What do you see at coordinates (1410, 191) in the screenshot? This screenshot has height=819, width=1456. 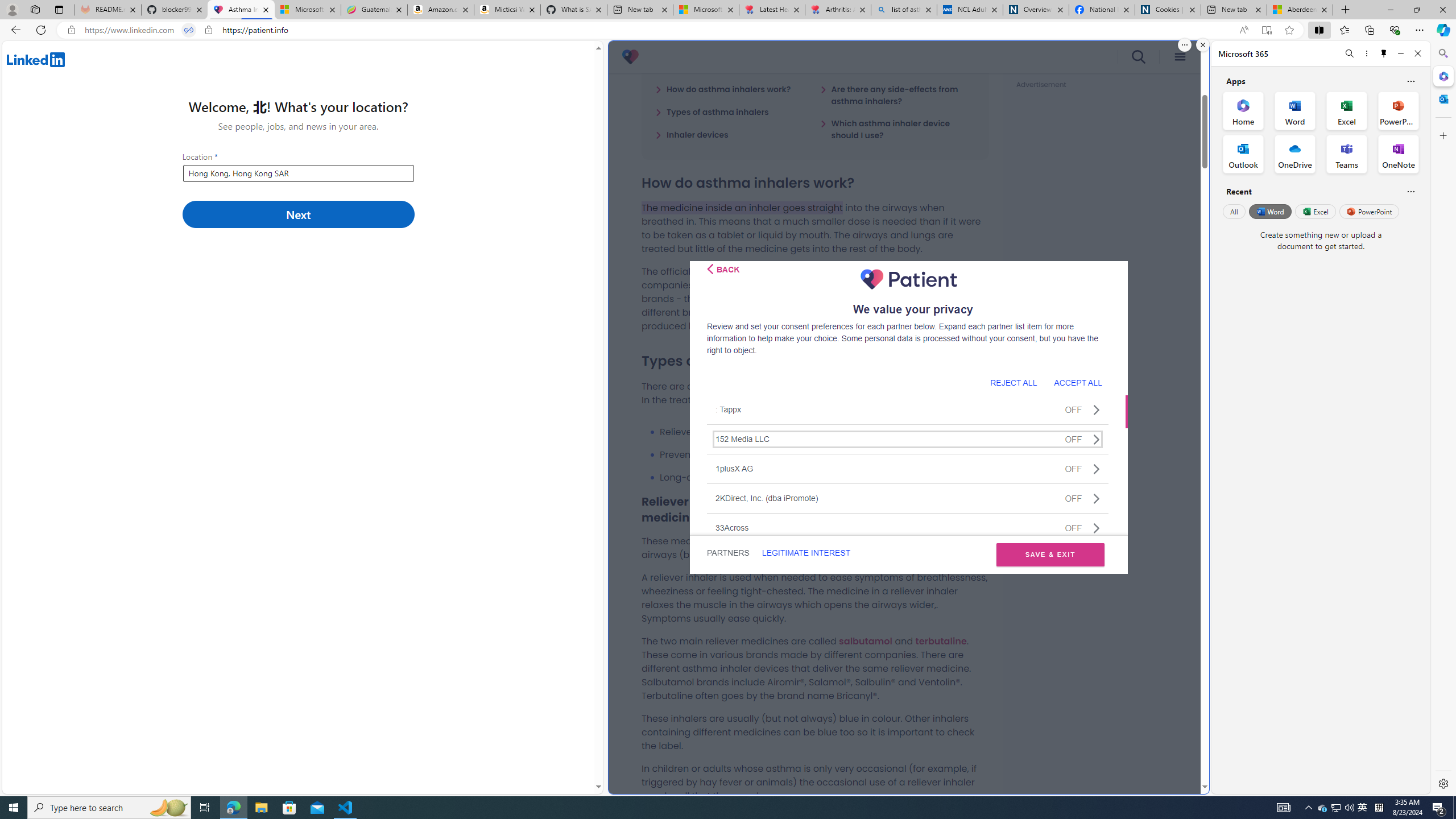 I see `'Is this helpful?'` at bounding box center [1410, 191].